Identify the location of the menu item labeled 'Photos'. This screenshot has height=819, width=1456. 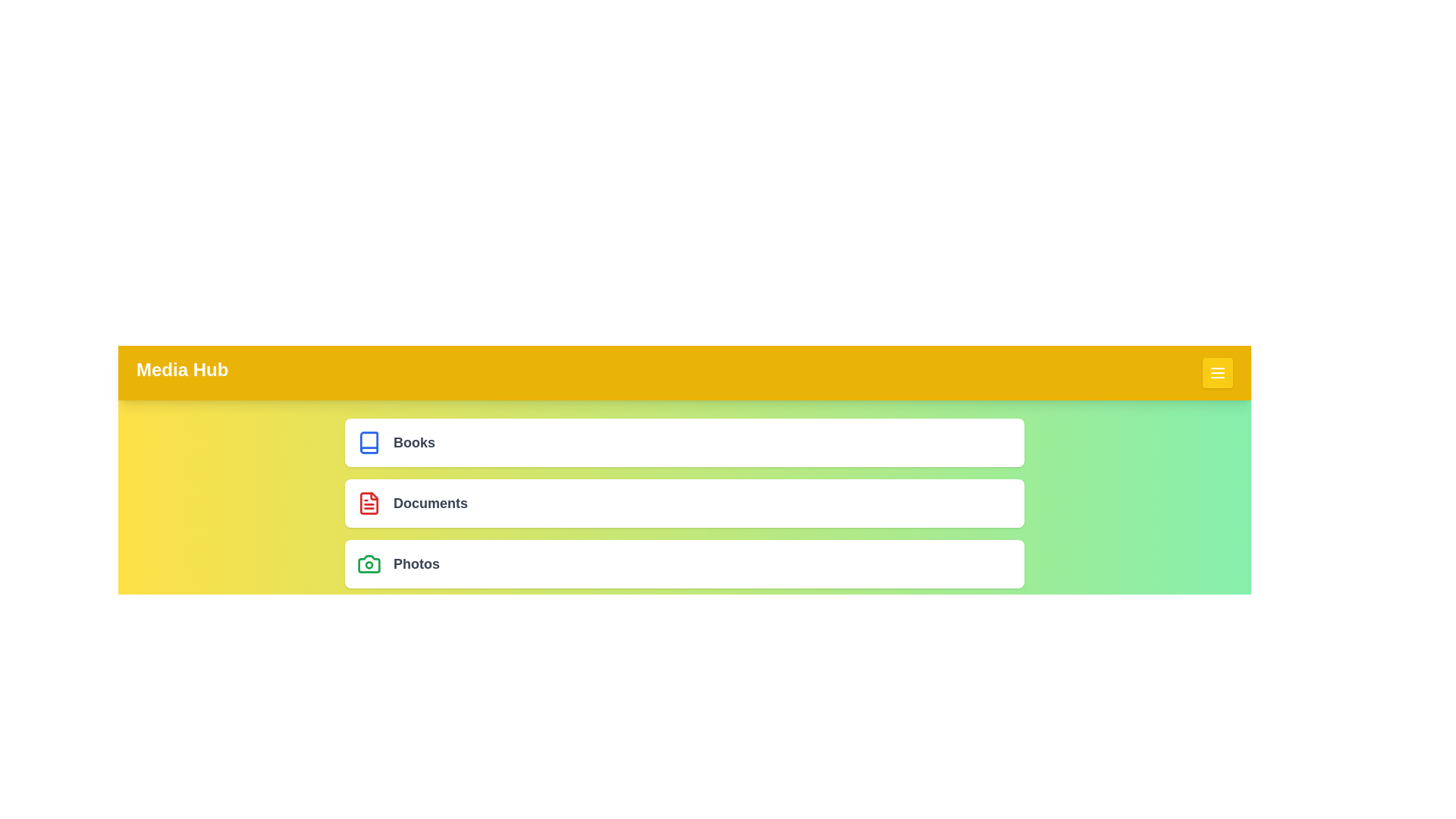
(683, 564).